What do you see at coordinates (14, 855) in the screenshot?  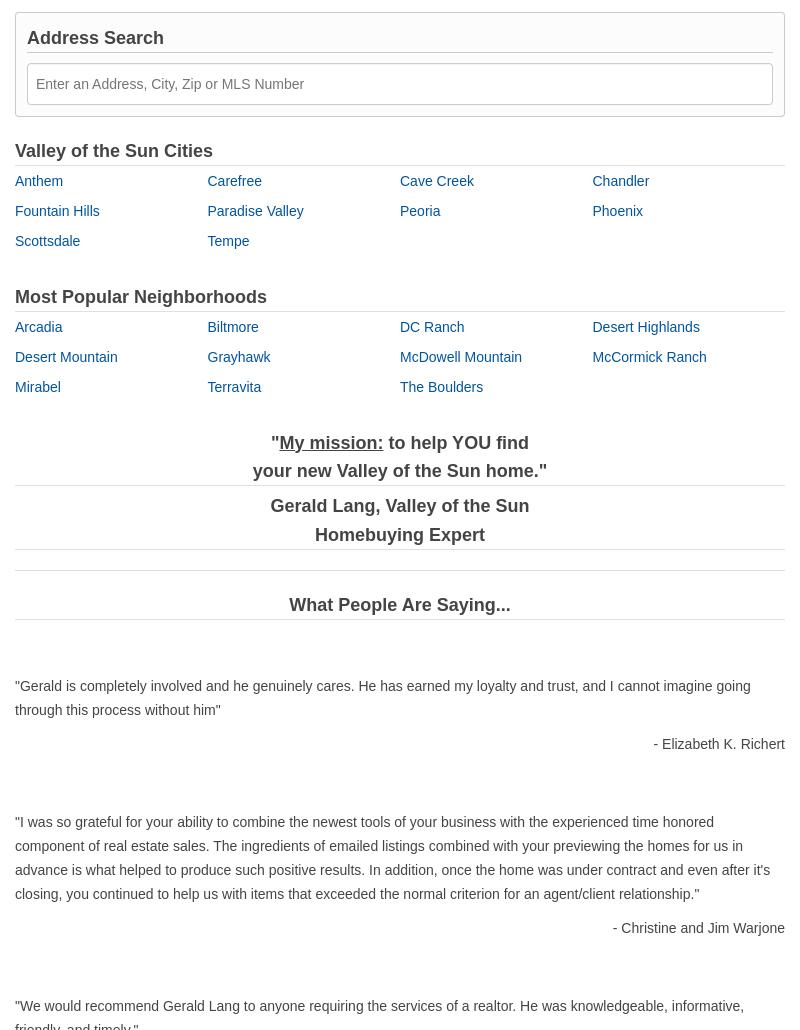 I see `'"I was so grateful for your ability to combine the newest tools of your business with the experienced time honored component of real estate sales. The ingredients of emailed listings combined with your previewing the homes for us in advance is what helped to produce such positive results. In addition, once the home was under contract and even after it's closing, you continued to help us with items that exceeded the normal criterion for an agent/client relationship."'` at bounding box center [14, 855].